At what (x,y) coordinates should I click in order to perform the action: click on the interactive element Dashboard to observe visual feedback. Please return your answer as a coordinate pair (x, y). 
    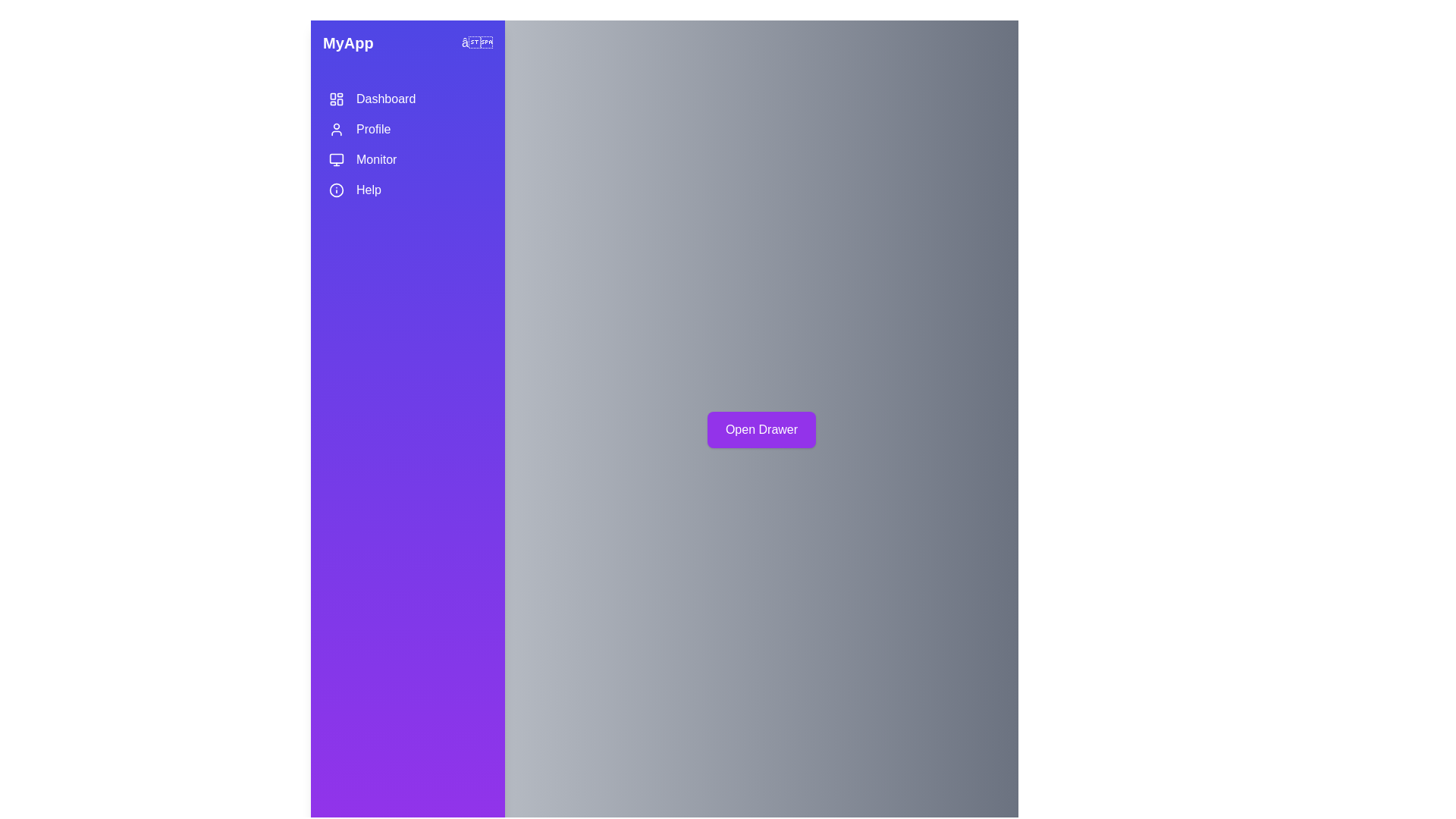
    Looking at the image, I should click on (407, 99).